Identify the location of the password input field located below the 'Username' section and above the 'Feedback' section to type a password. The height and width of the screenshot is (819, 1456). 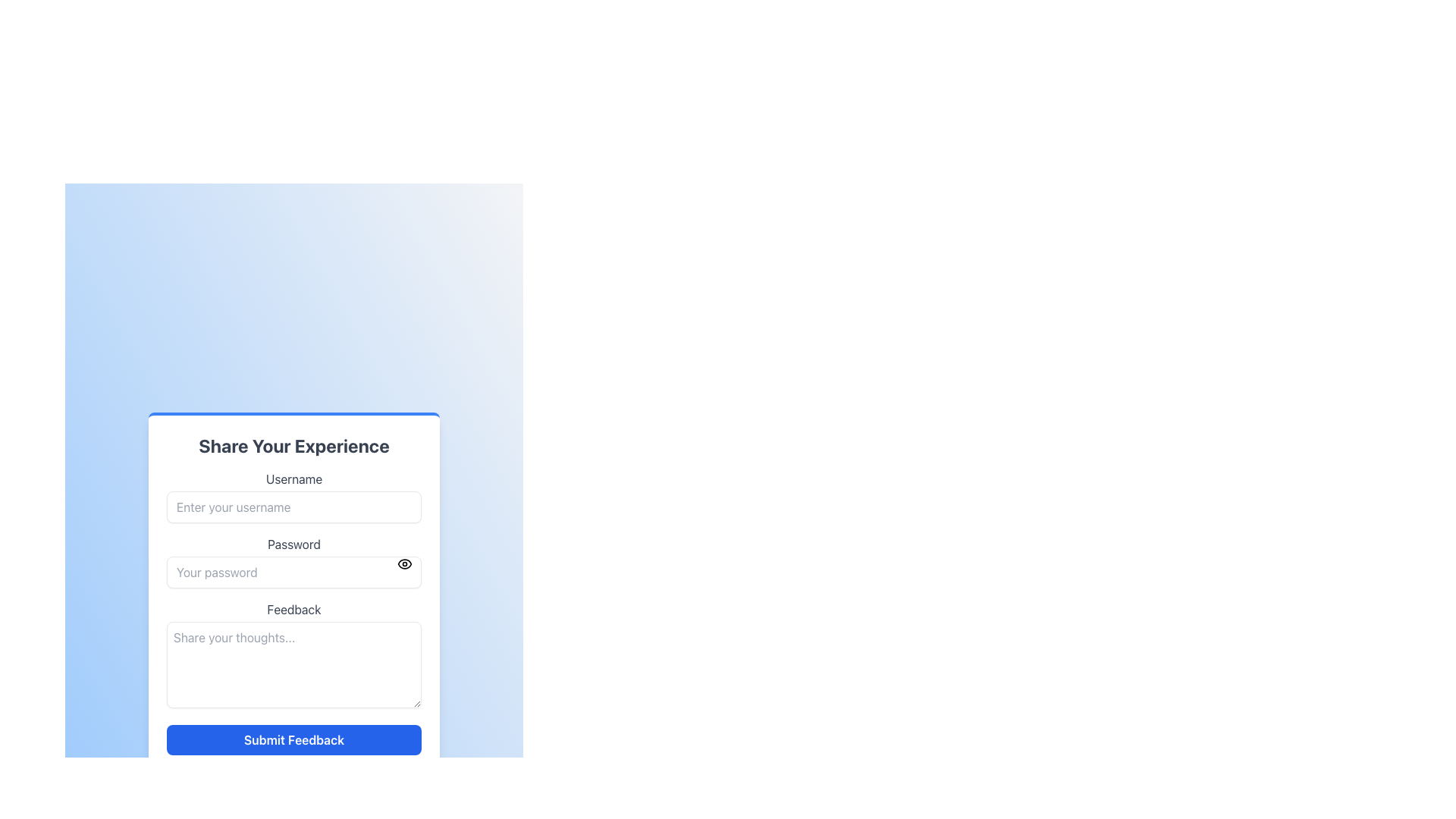
(294, 561).